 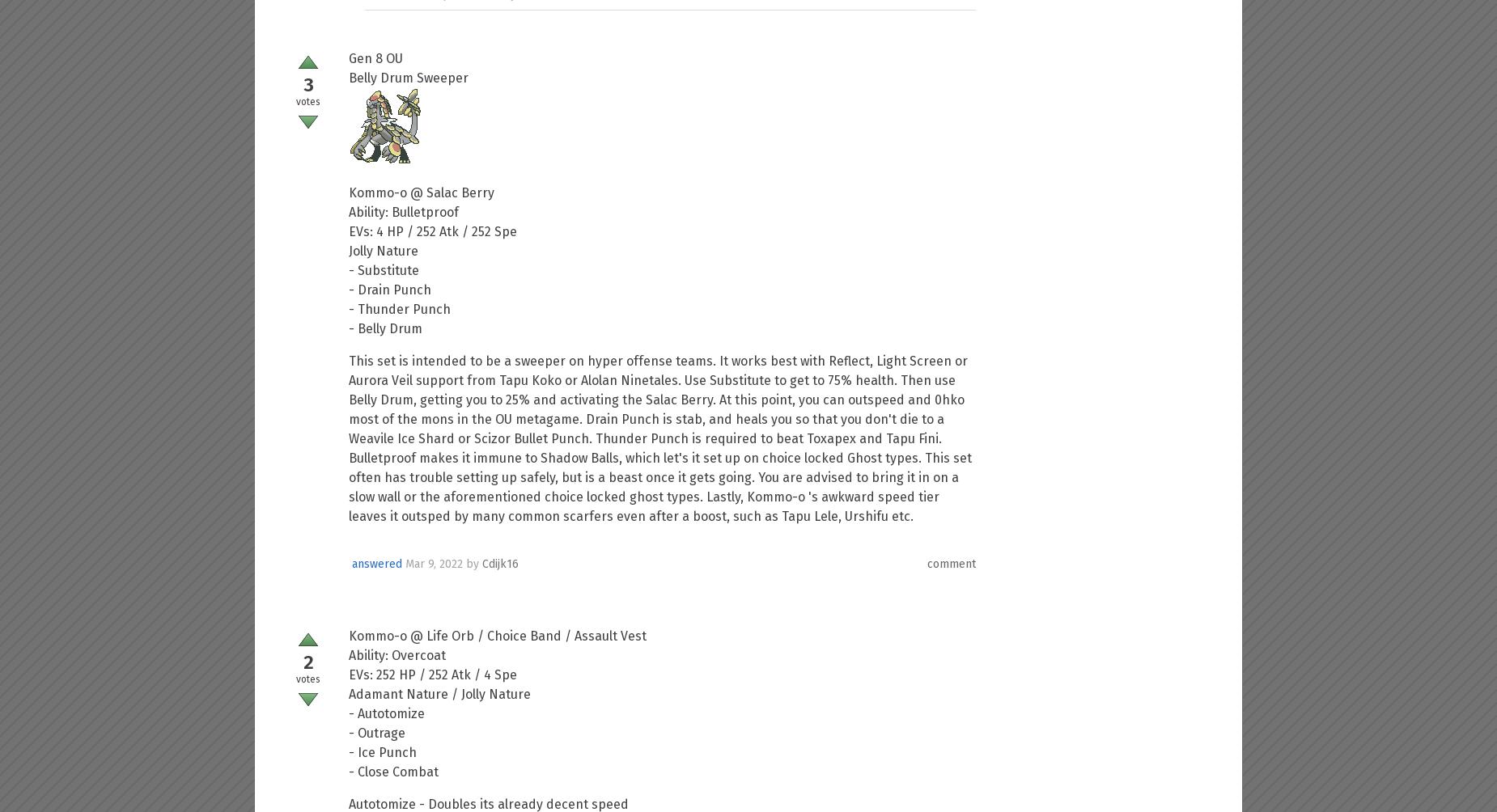 I want to click on '- Belly Drum', so click(x=348, y=328).